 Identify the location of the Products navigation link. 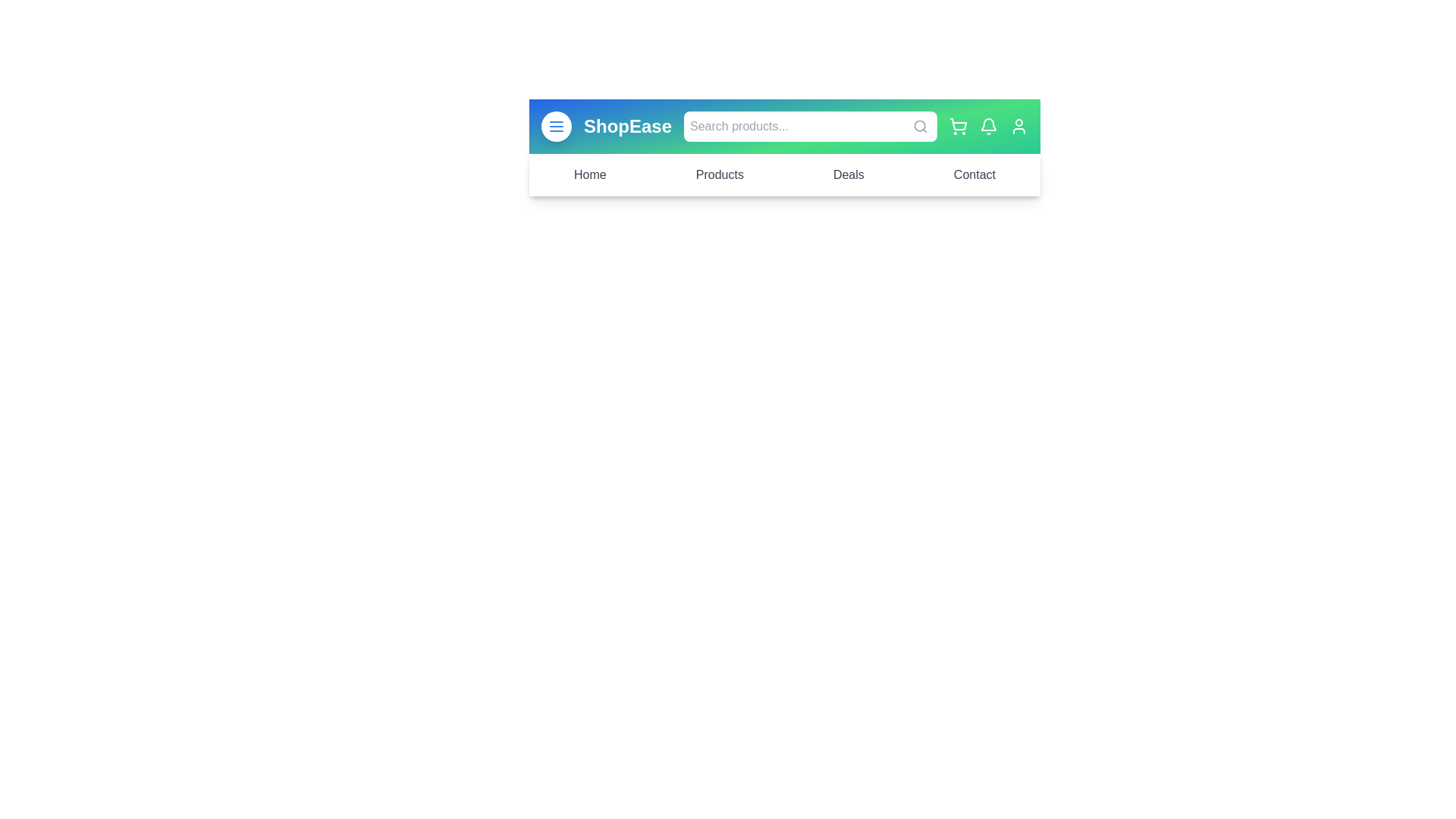
(719, 174).